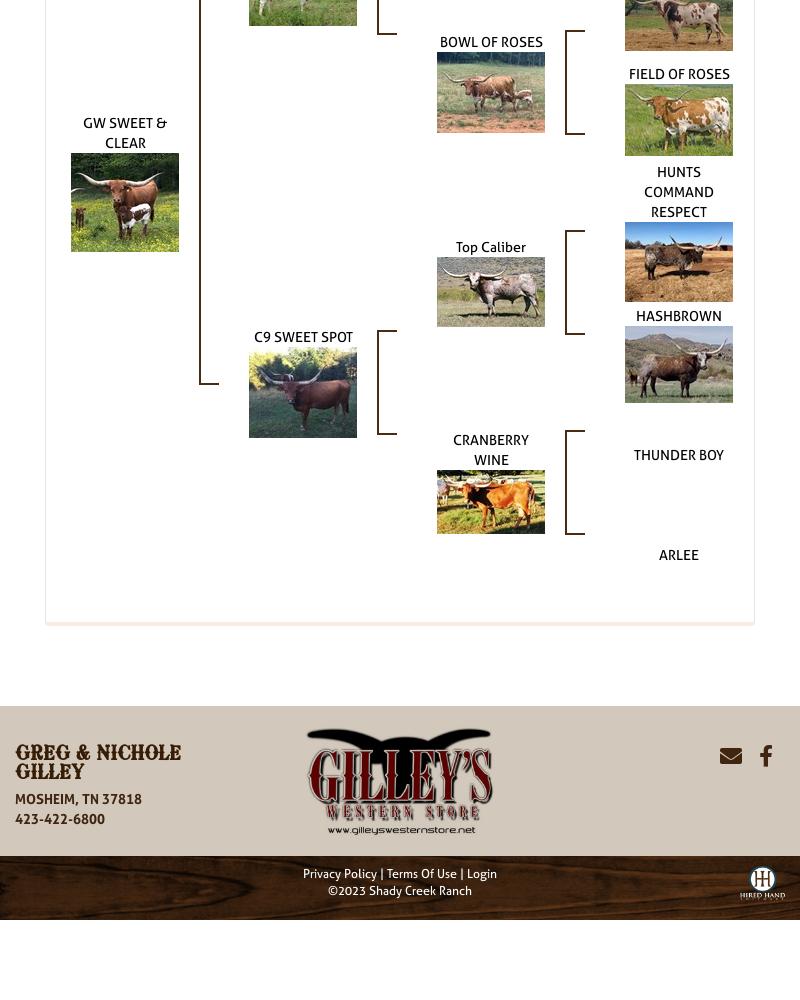  What do you see at coordinates (59, 817) in the screenshot?
I see `'423-422-6800'` at bounding box center [59, 817].